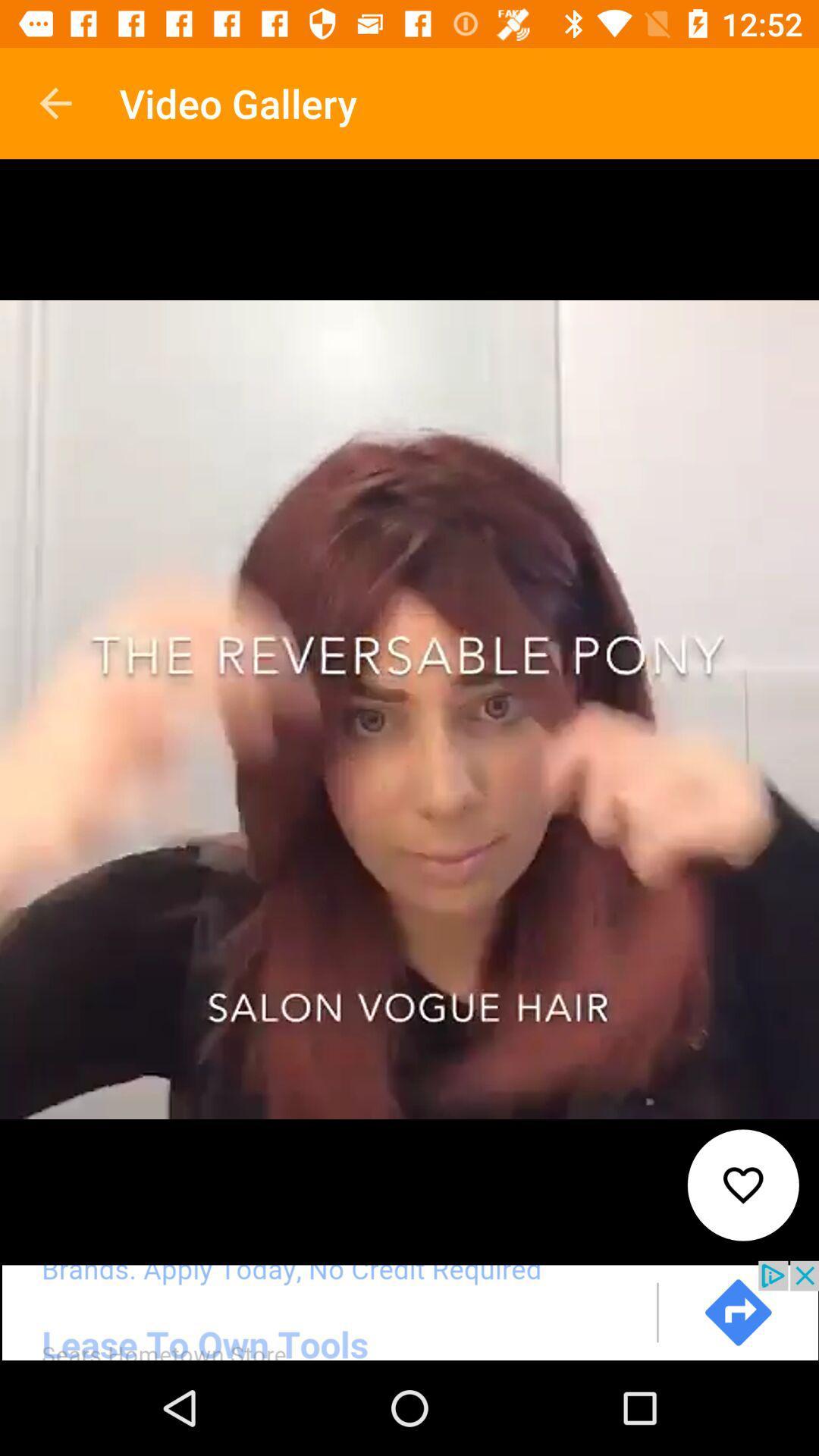 The image size is (819, 1456). What do you see at coordinates (742, 1185) in the screenshot?
I see `the favorite icon` at bounding box center [742, 1185].